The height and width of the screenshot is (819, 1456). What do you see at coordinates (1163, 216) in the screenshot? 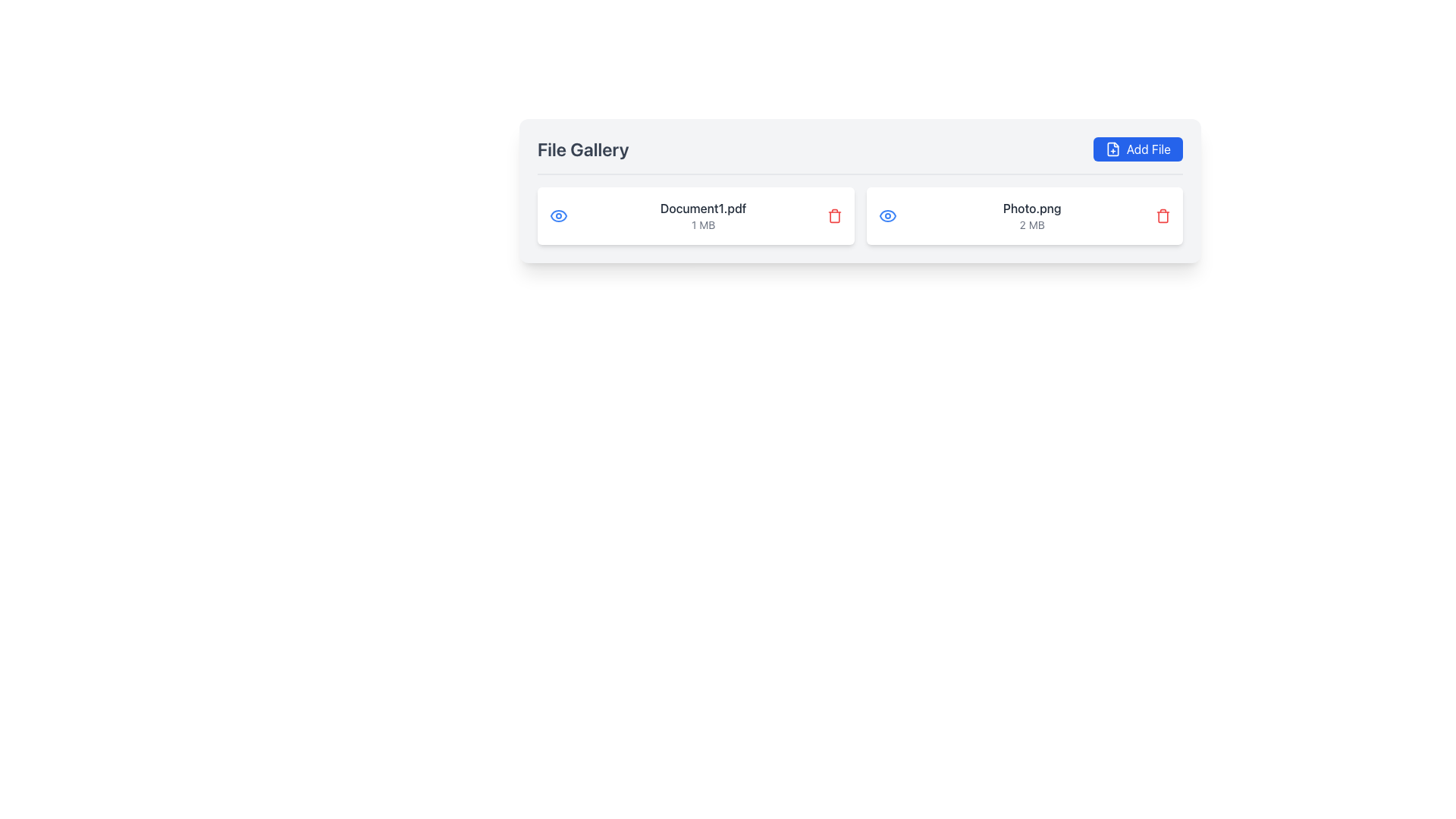
I see `the delete button located as the second interactive icon on the right side of the 'Photo.png 2 MB' file line item, which is positioned after the blue eye icon` at bounding box center [1163, 216].